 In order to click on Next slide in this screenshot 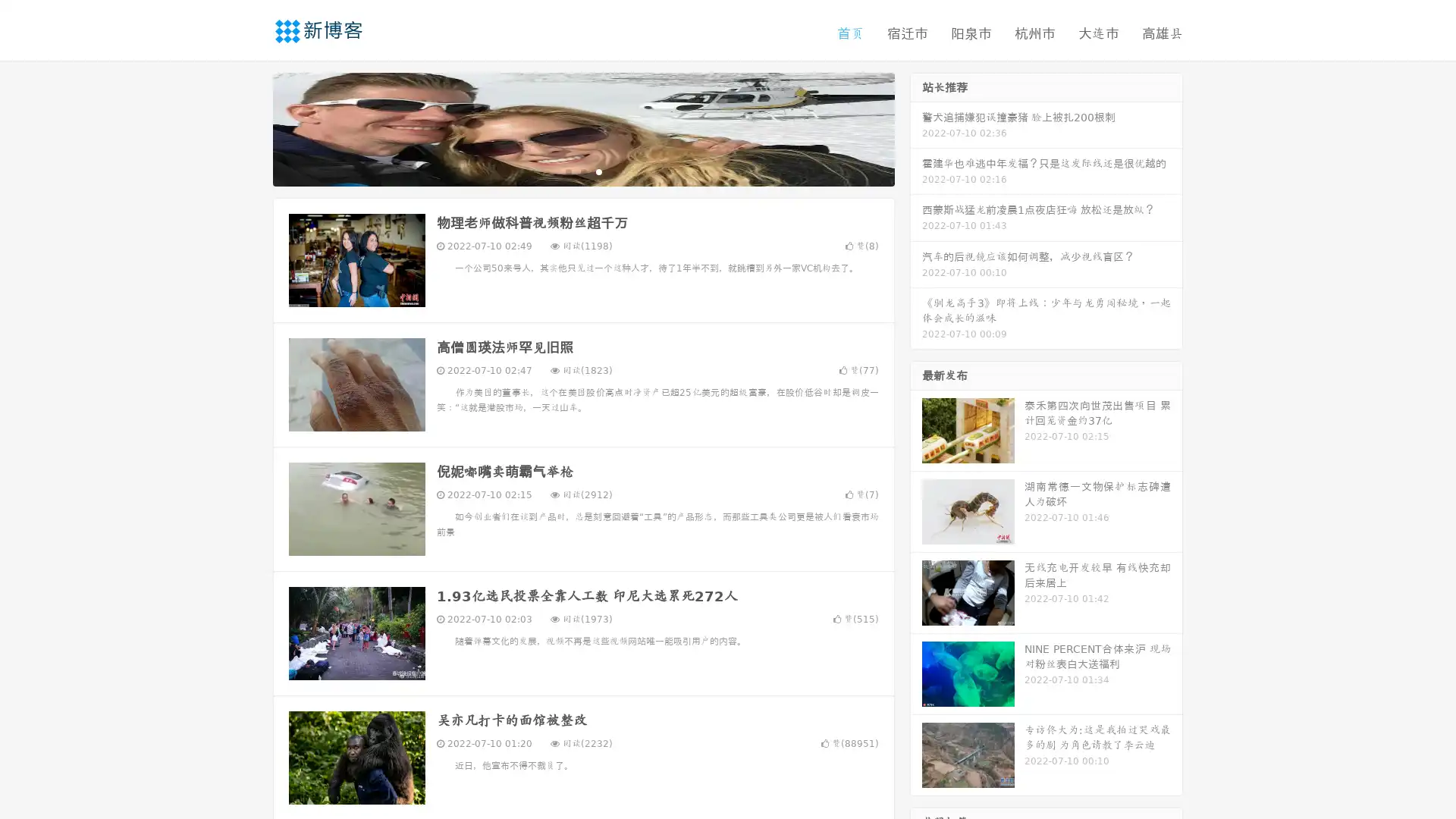, I will do `click(916, 127)`.